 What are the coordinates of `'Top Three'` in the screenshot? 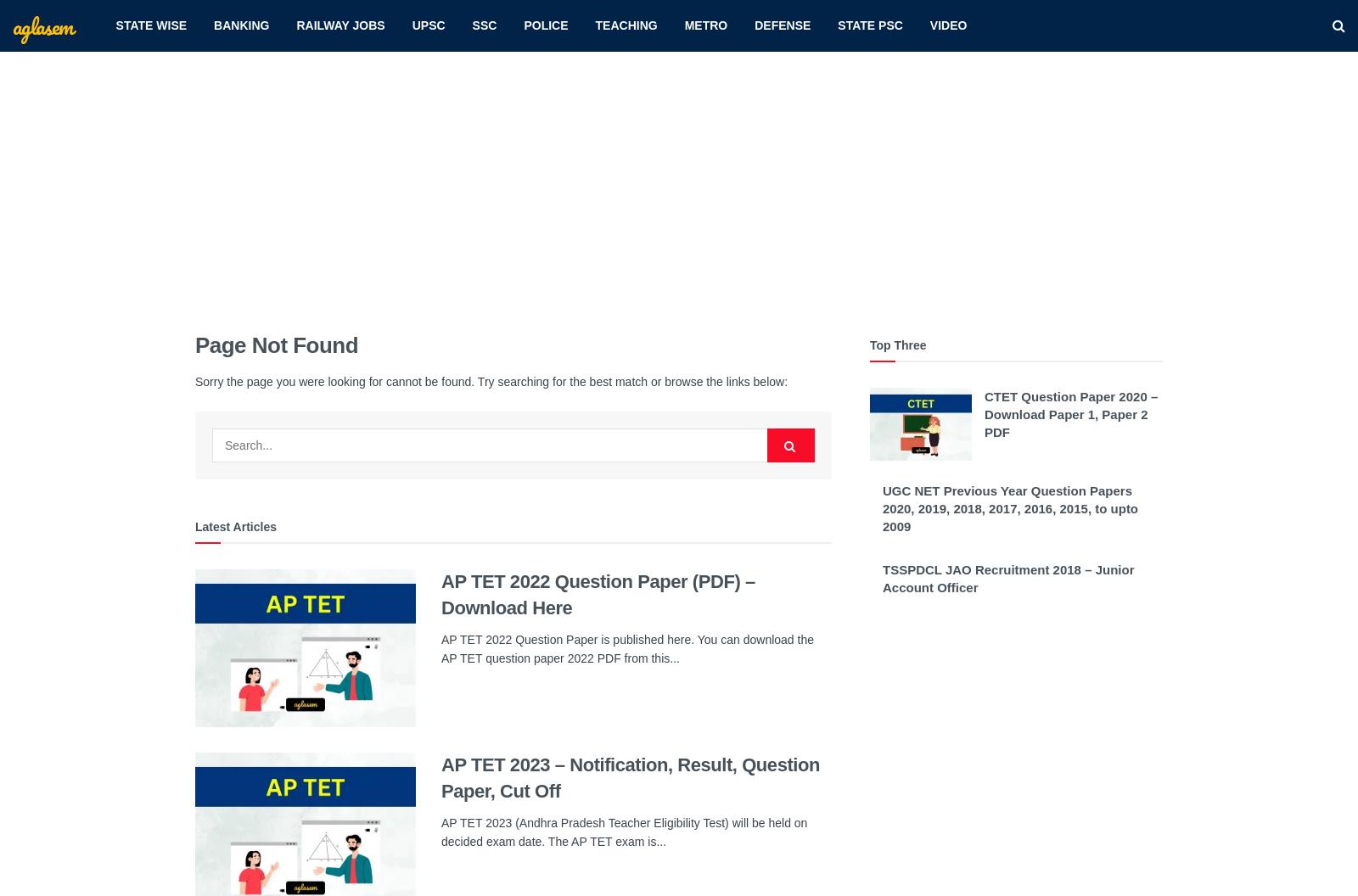 It's located at (869, 344).